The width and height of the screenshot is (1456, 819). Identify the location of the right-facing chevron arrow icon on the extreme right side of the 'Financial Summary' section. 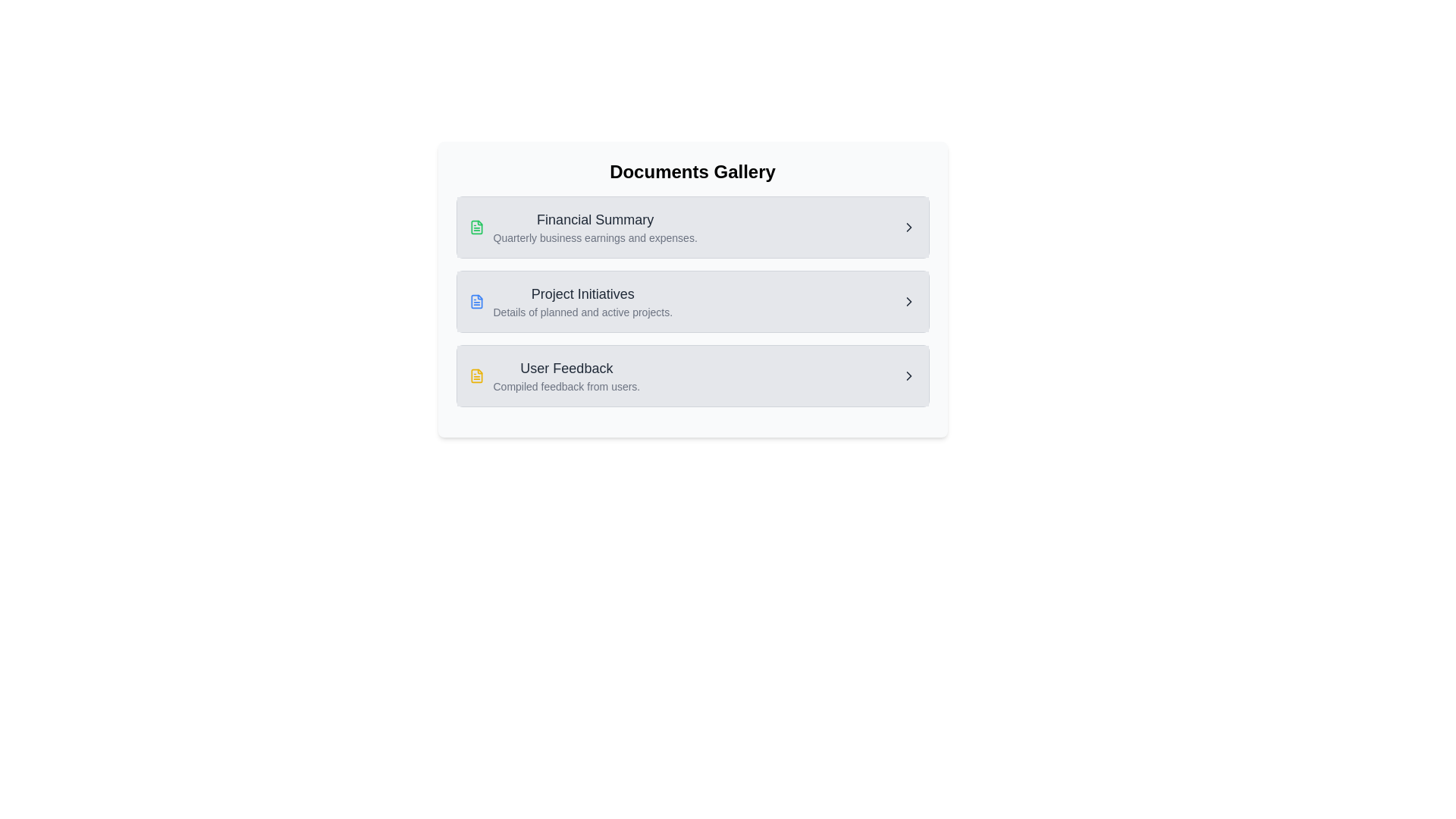
(908, 227).